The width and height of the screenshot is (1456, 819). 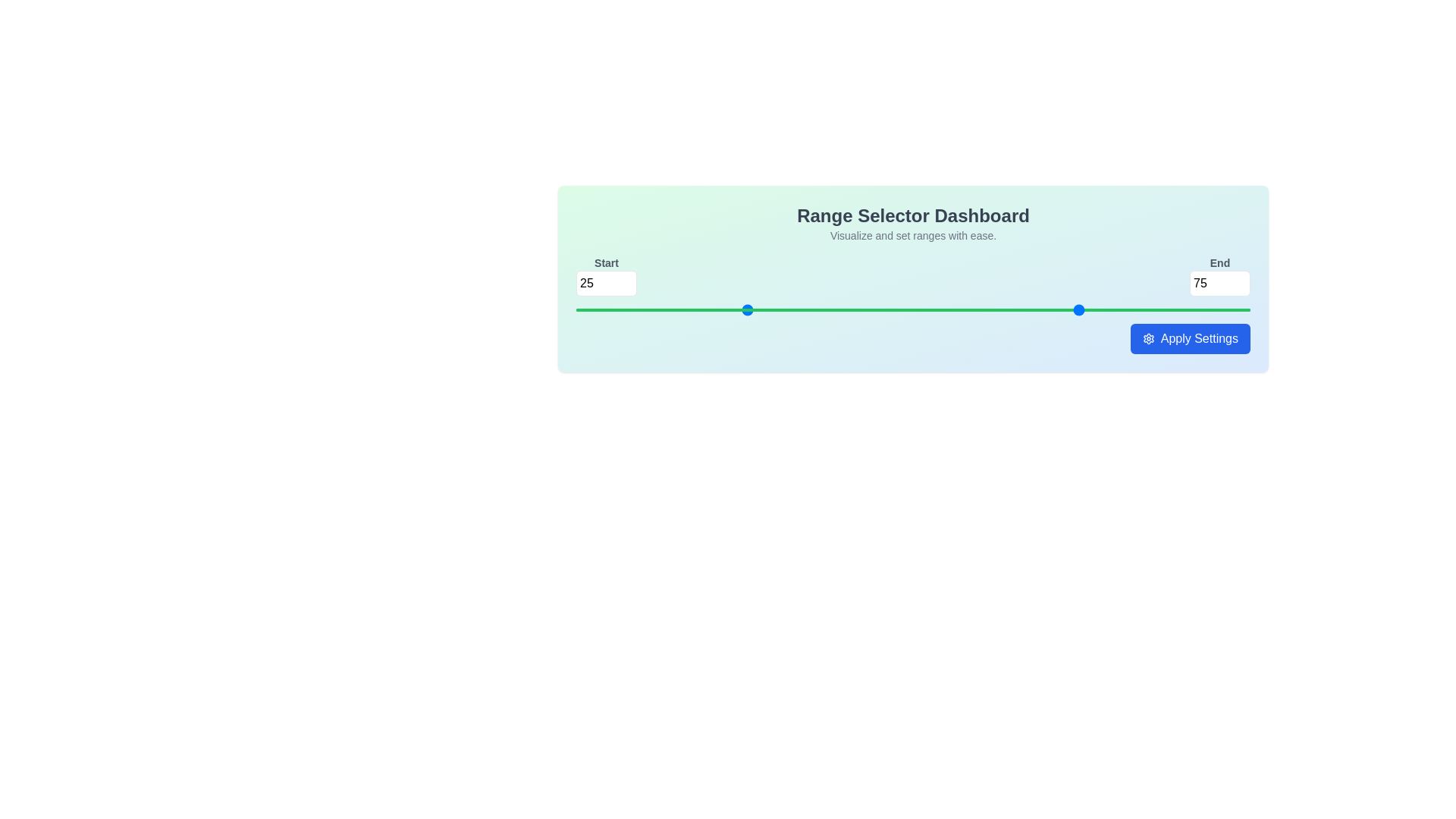 What do you see at coordinates (607, 275) in the screenshot?
I see `the numerical input box displaying '25' to focus on it for user input` at bounding box center [607, 275].